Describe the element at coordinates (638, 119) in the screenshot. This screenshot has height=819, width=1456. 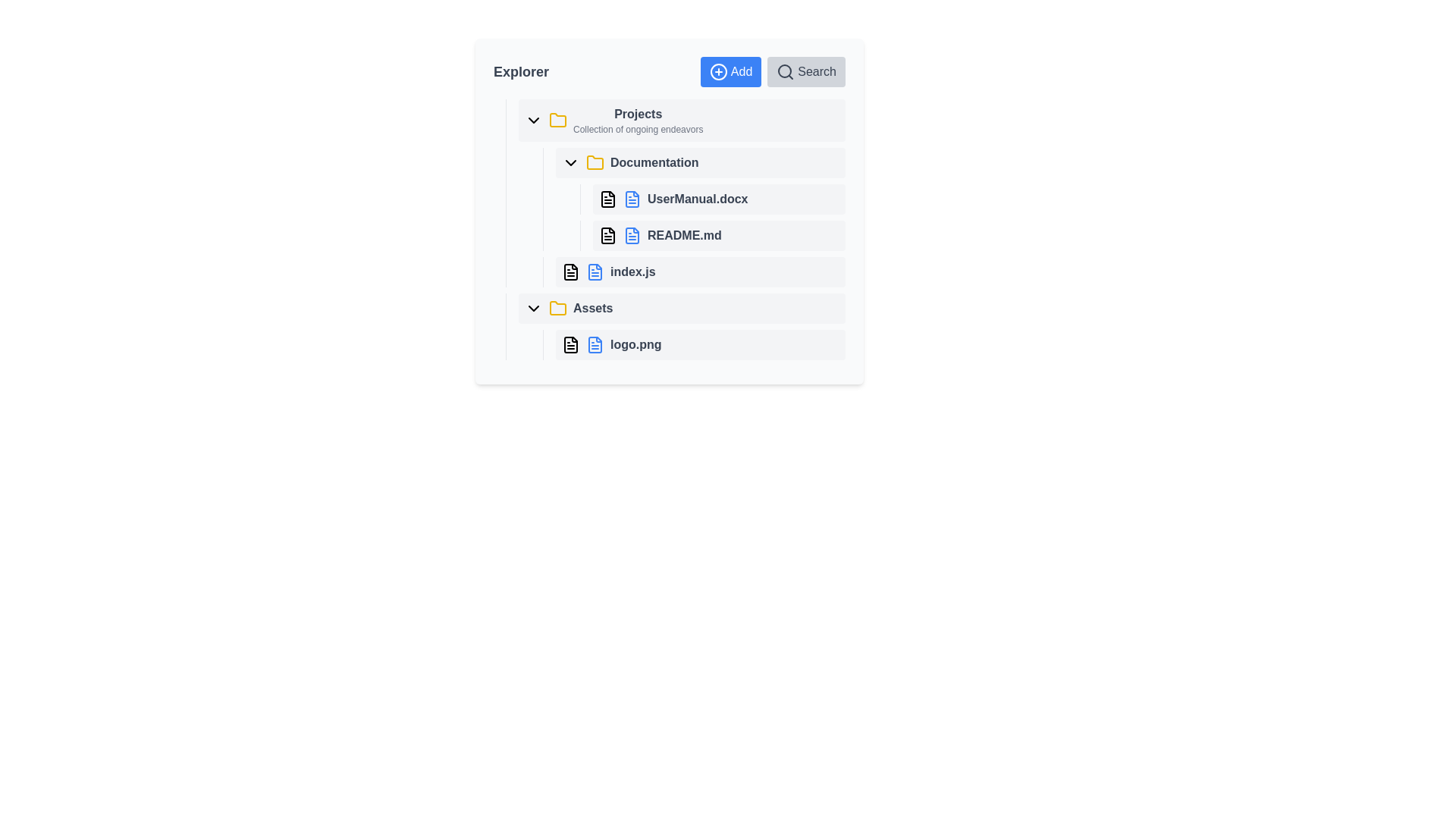
I see `the 'Projects' Text Label in the file explorer panel` at that location.